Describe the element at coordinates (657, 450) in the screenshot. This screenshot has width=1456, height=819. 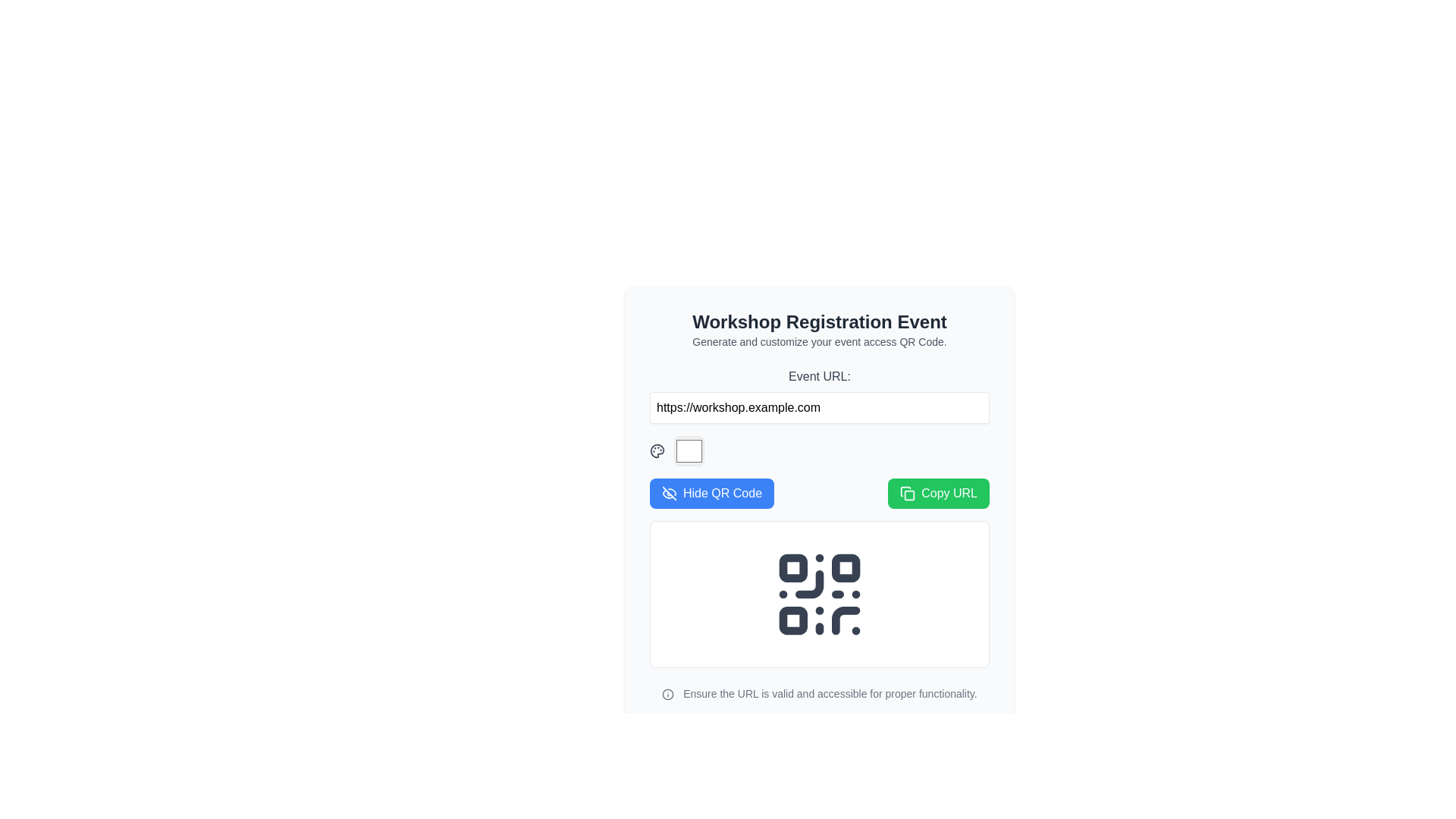
I see `the SVG graphic representing a palette icon, which is a modern minimalist design with circular elements, located near the middle-right of the interface close to the QR code input area` at that location.